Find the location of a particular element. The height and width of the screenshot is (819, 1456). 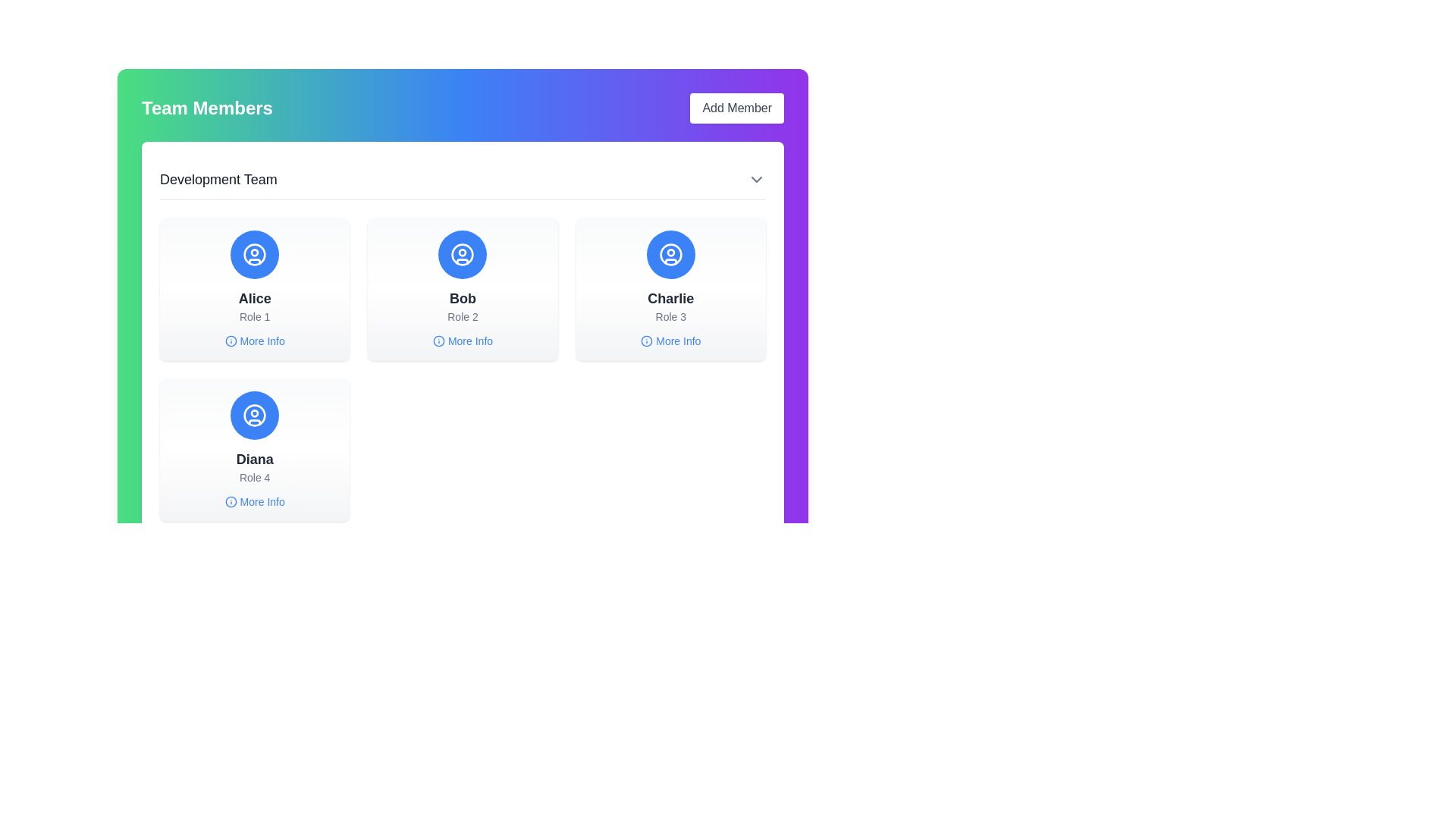

the button-like link at the bottom center of the card containing the title 'Alice' and subtitle 'Role 1' to receive a tooltip or visual feedback is located at coordinates (255, 341).